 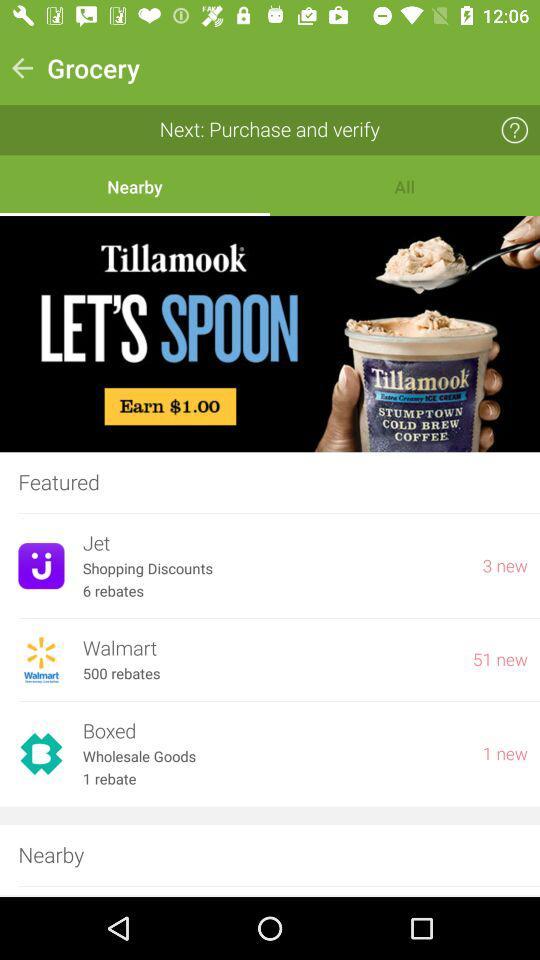 What do you see at coordinates (272, 730) in the screenshot?
I see `icon next to 1 new item` at bounding box center [272, 730].